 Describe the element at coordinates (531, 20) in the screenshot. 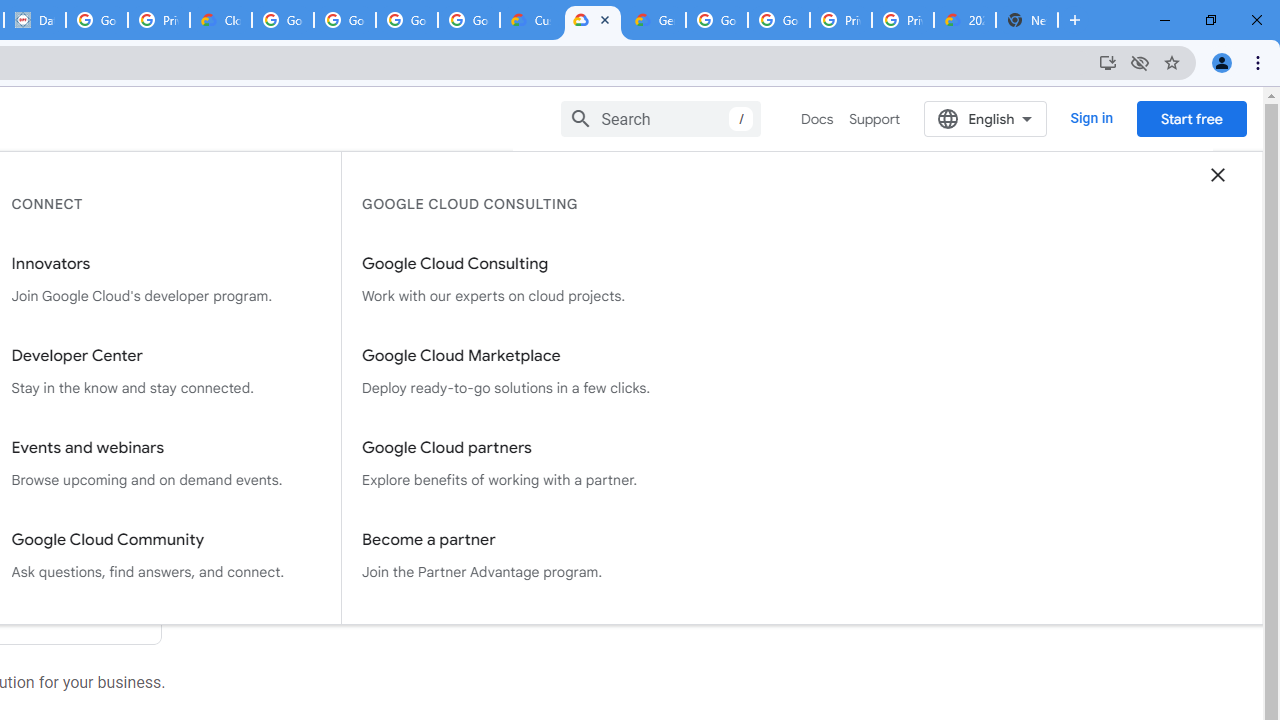

I see `'Customer Care | Google Cloud'` at that location.